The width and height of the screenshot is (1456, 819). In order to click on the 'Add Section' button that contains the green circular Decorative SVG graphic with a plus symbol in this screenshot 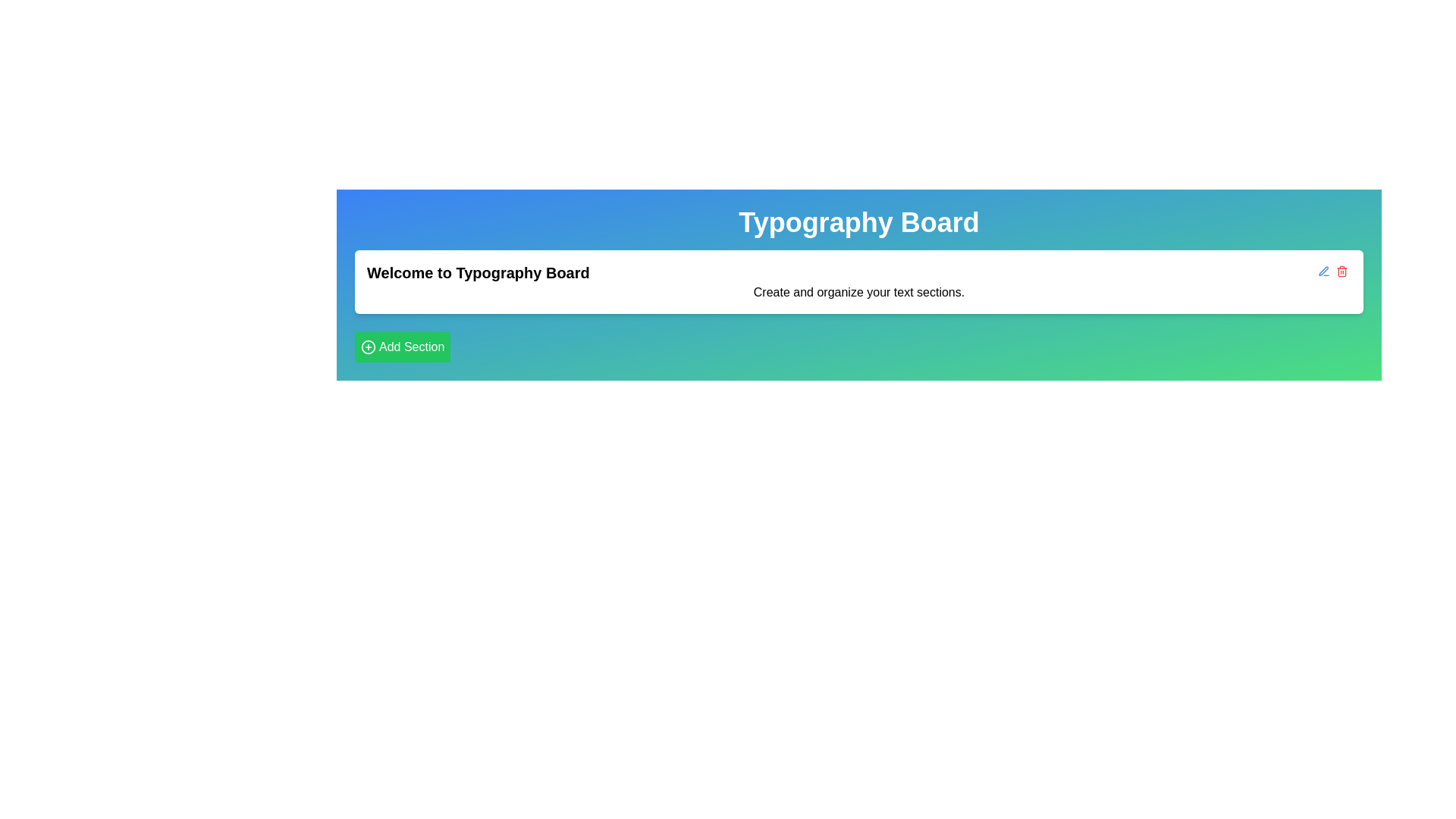, I will do `click(368, 347)`.